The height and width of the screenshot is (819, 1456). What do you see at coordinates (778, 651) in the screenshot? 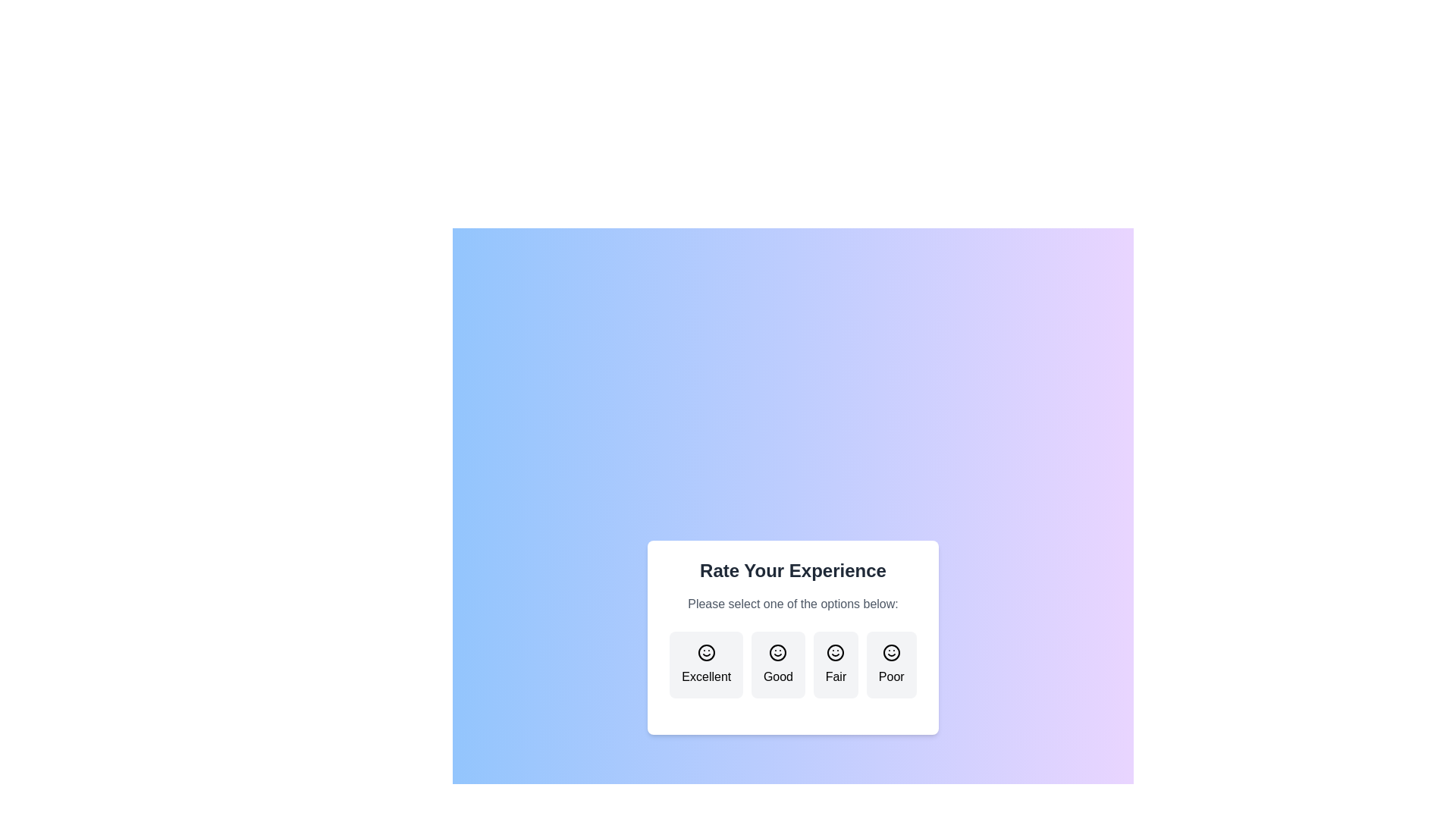
I see `the 'Good' rating icon located in the second option of the horizontal list under 'Rate Your Experience.'` at bounding box center [778, 651].